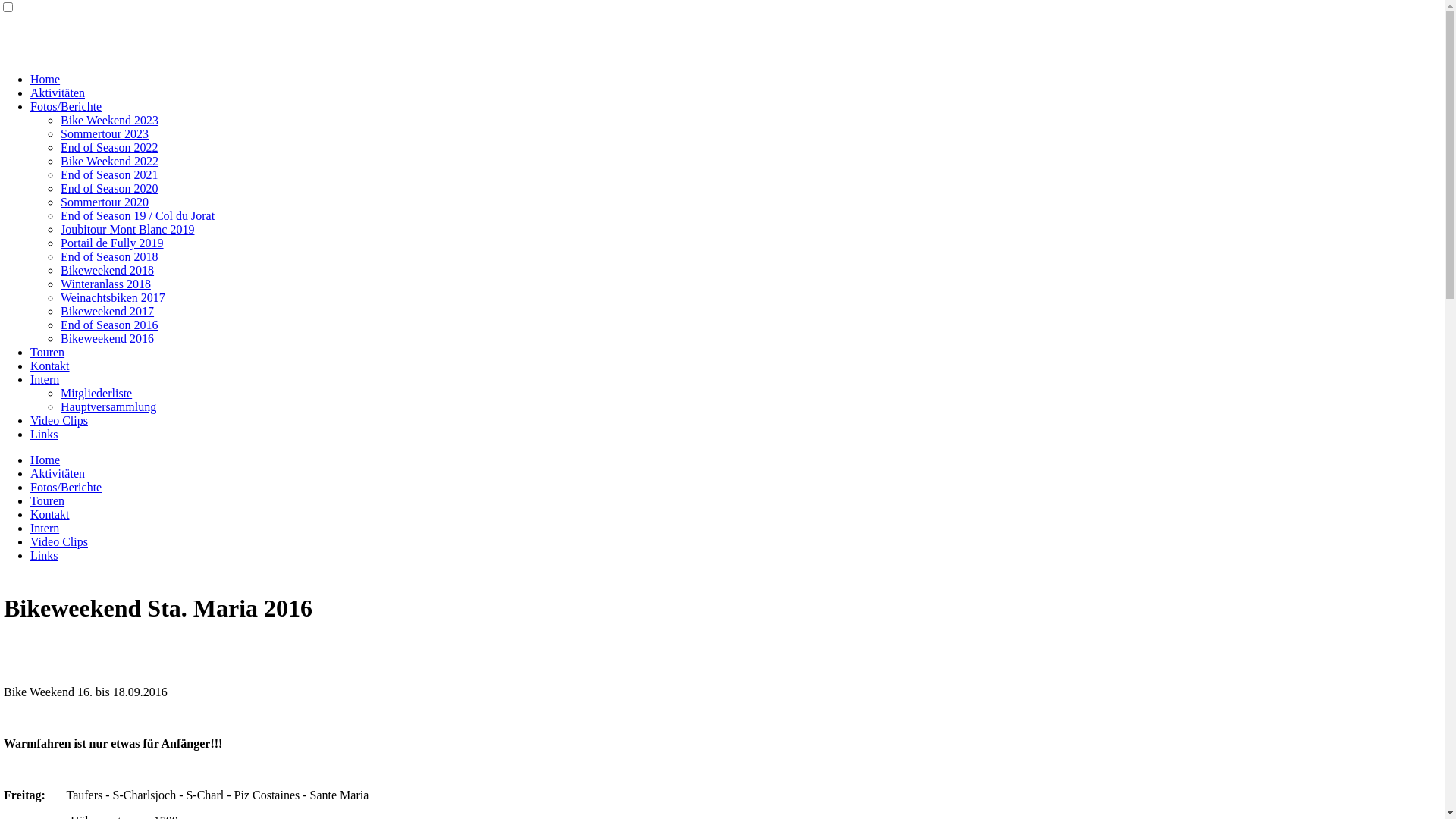 This screenshot has width=1456, height=819. Describe the element at coordinates (105, 284) in the screenshot. I see `'Winteranlass 2018'` at that location.